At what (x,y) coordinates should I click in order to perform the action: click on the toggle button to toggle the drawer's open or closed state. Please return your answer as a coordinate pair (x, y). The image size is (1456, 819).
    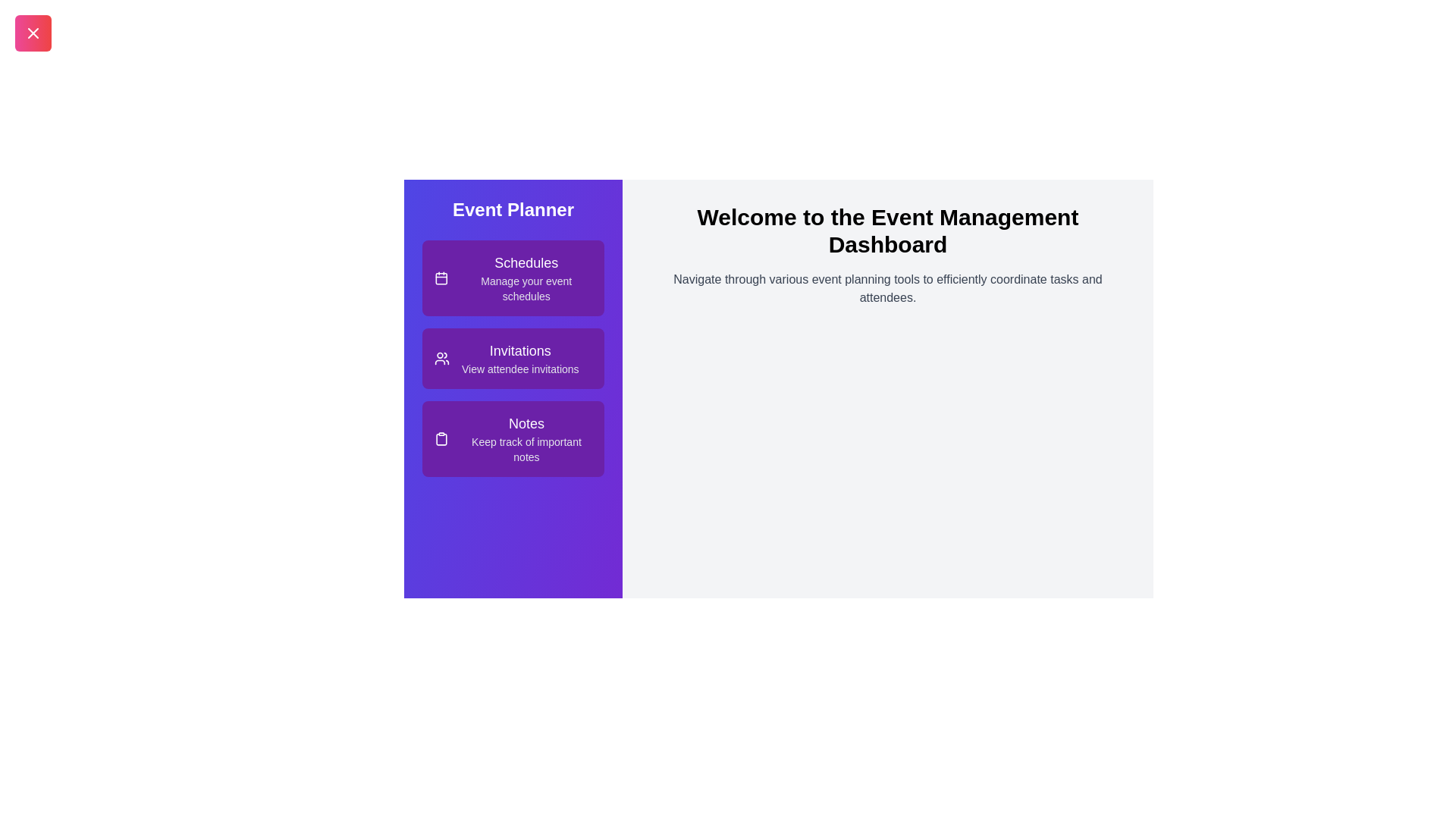
    Looking at the image, I should click on (33, 33).